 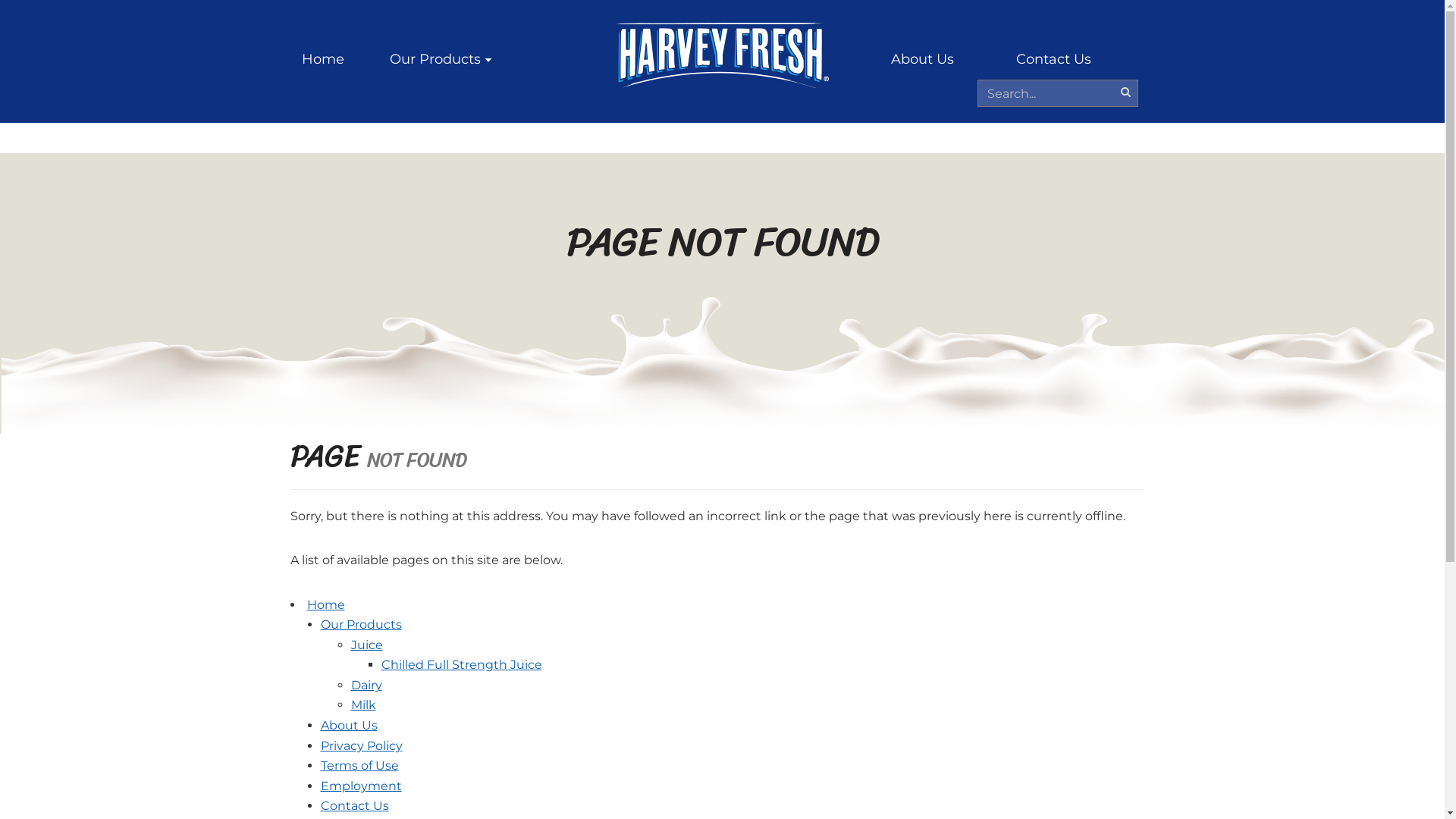 What do you see at coordinates (322, 58) in the screenshot?
I see `'Home'` at bounding box center [322, 58].